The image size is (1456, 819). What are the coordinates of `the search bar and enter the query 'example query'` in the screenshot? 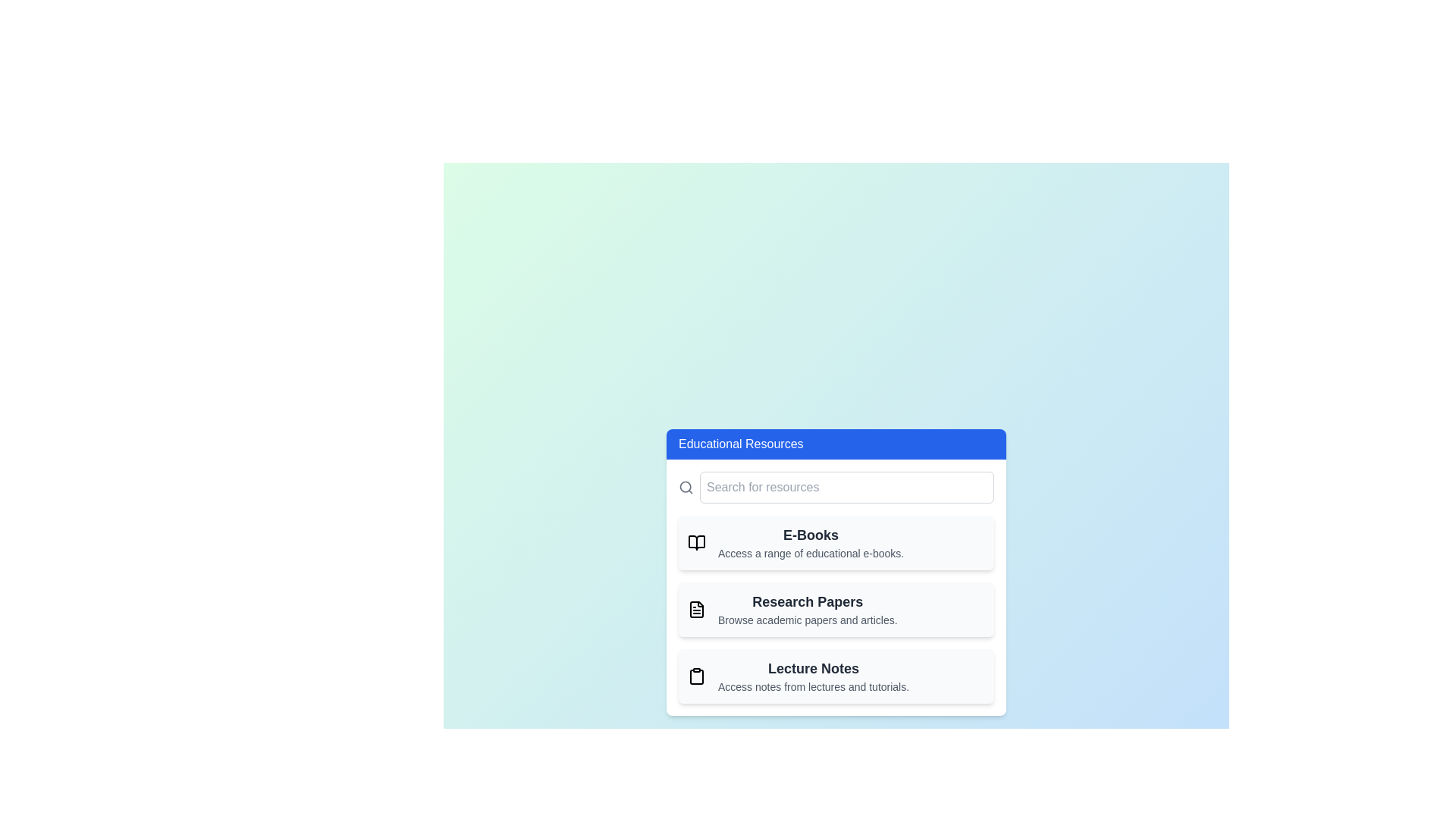 It's located at (846, 488).